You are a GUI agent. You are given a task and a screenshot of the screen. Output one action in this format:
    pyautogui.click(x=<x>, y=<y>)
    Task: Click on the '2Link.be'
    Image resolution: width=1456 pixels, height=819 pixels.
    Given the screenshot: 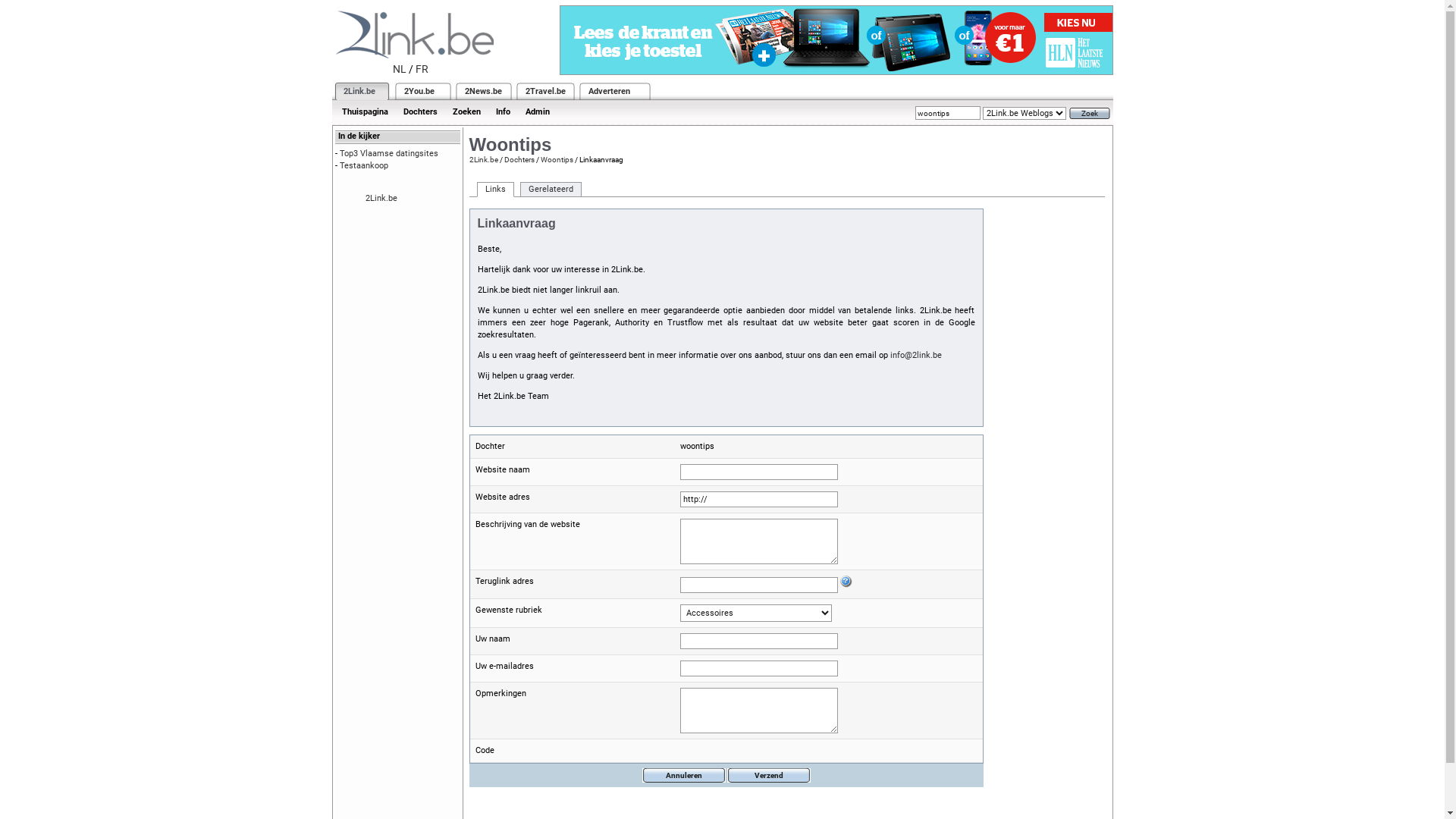 What is the action you would take?
    pyautogui.click(x=381, y=197)
    